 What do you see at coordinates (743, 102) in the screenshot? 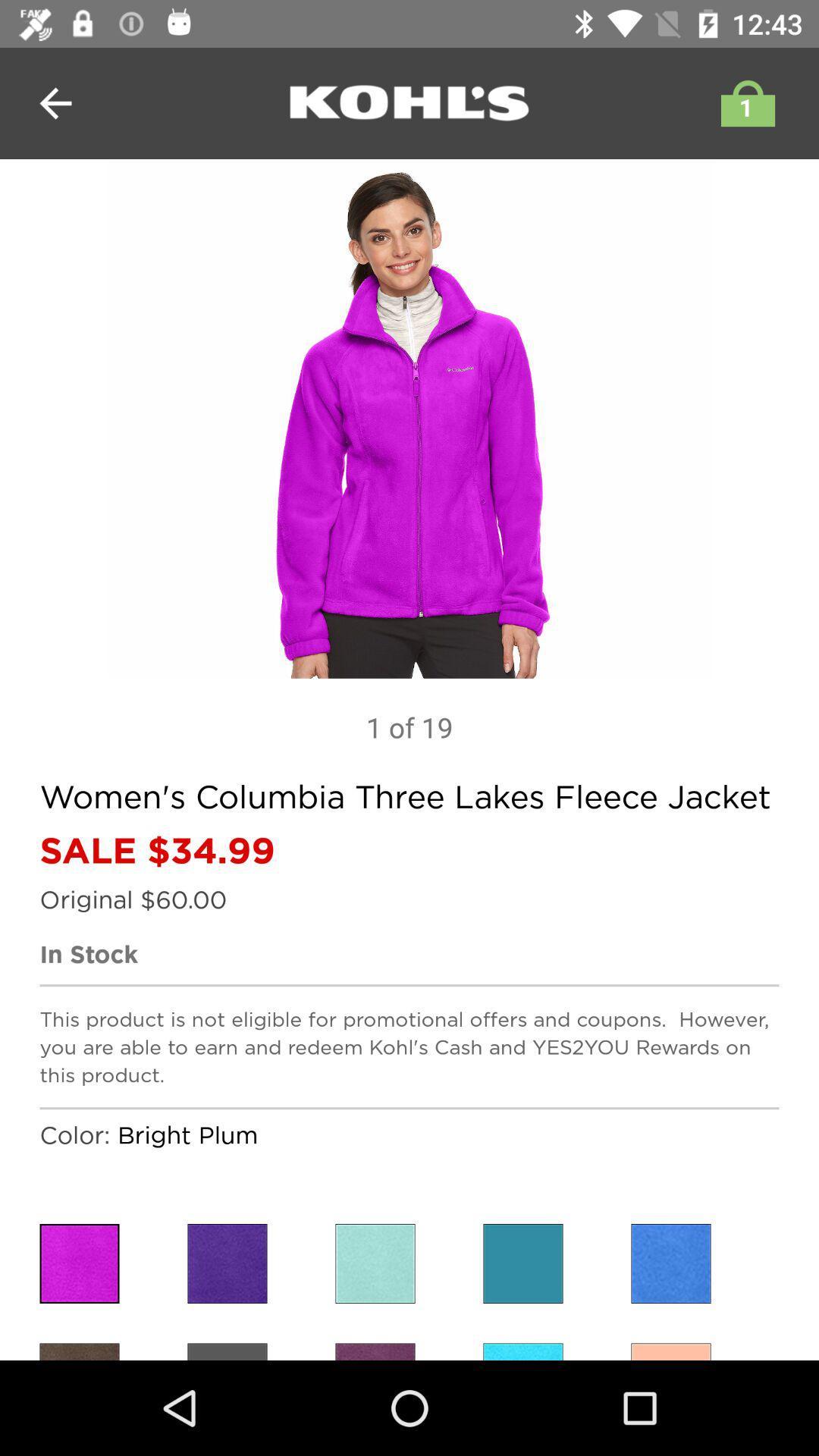
I see `basket` at bounding box center [743, 102].